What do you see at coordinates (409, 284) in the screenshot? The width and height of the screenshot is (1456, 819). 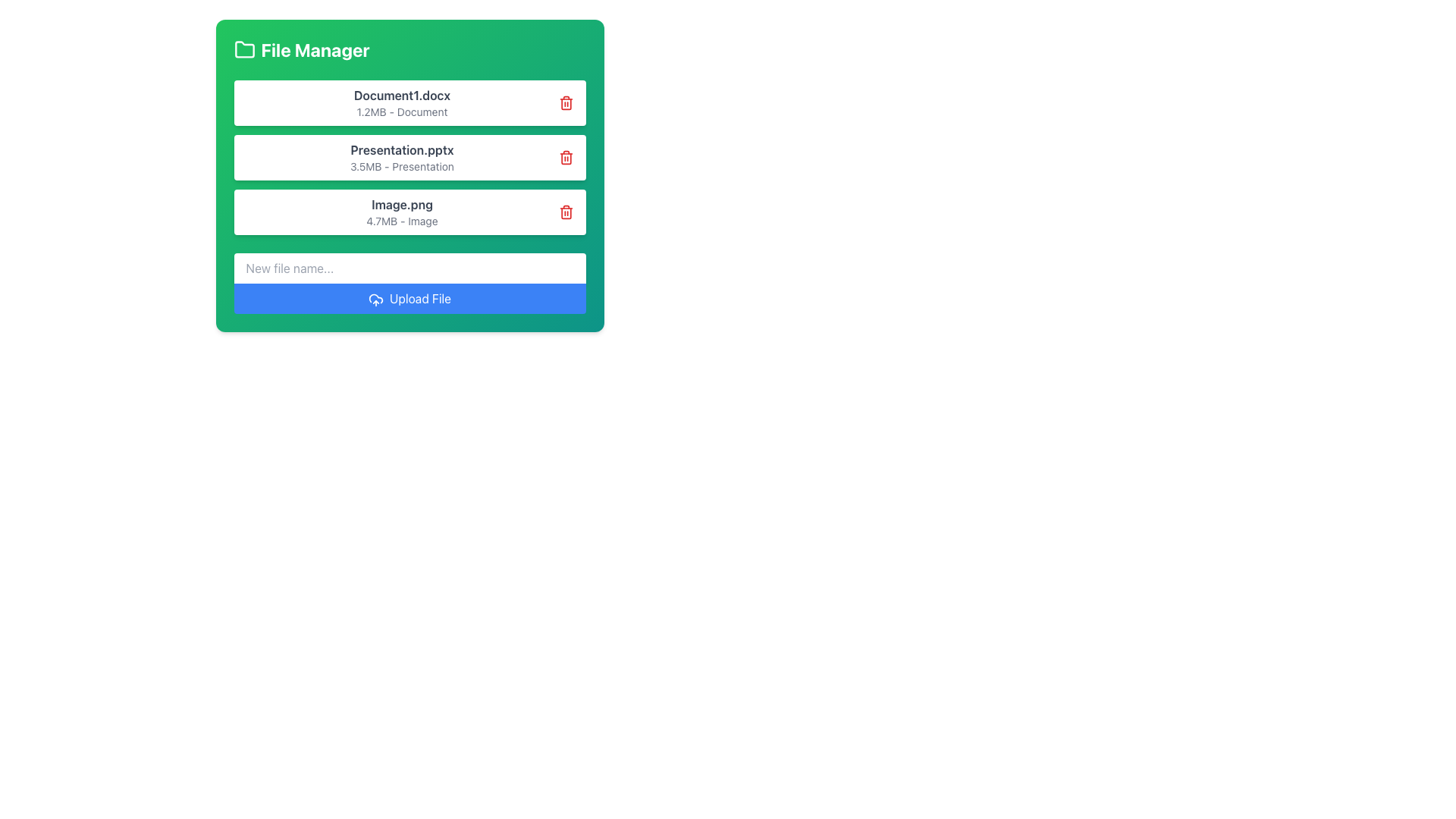 I see `the blue button with rounded edges labeled 'Upload File' located at the bottom of the File Manager card to upload a file` at bounding box center [409, 284].